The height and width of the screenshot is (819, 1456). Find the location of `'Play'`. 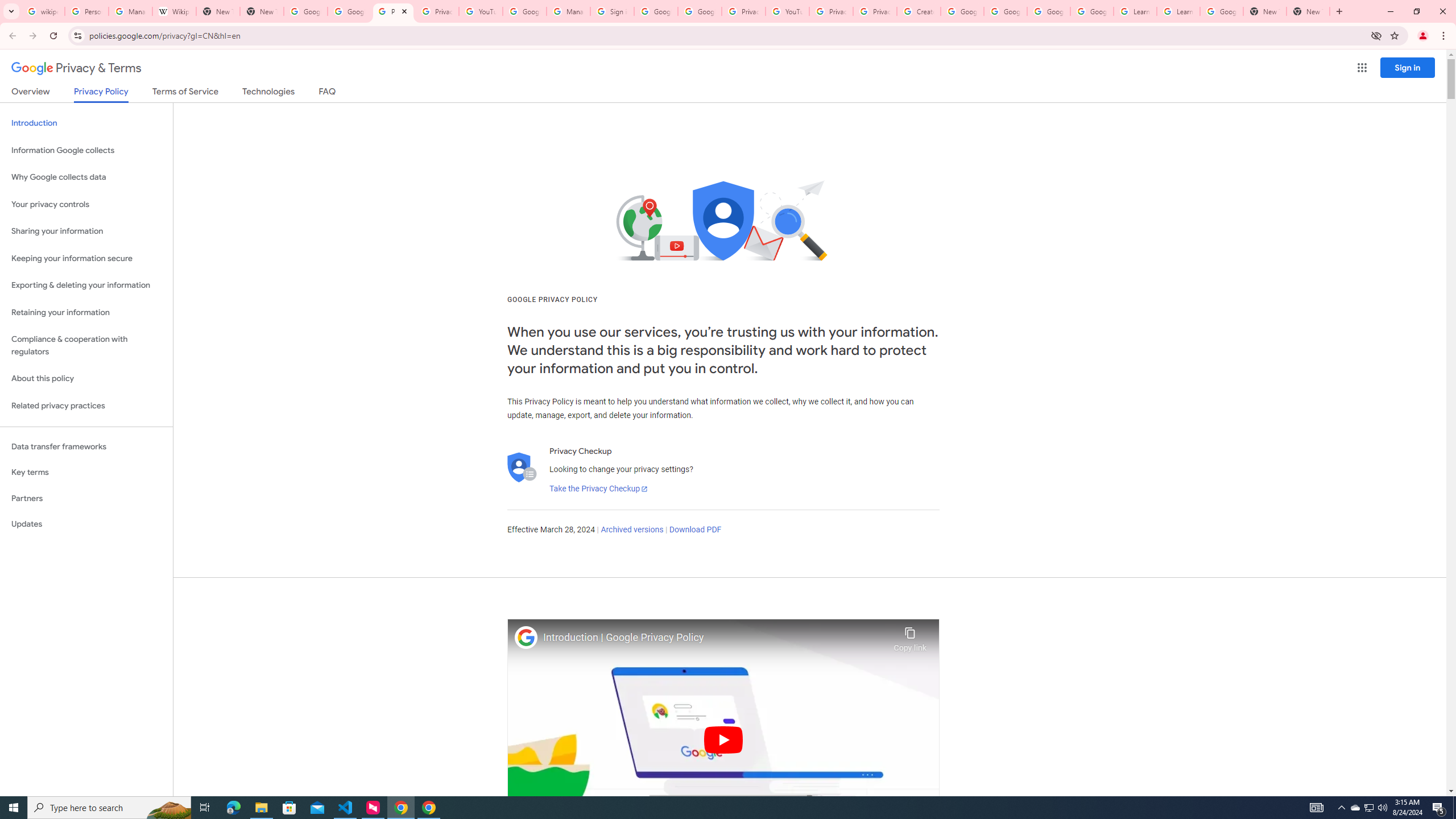

'Play' is located at coordinates (723, 739).